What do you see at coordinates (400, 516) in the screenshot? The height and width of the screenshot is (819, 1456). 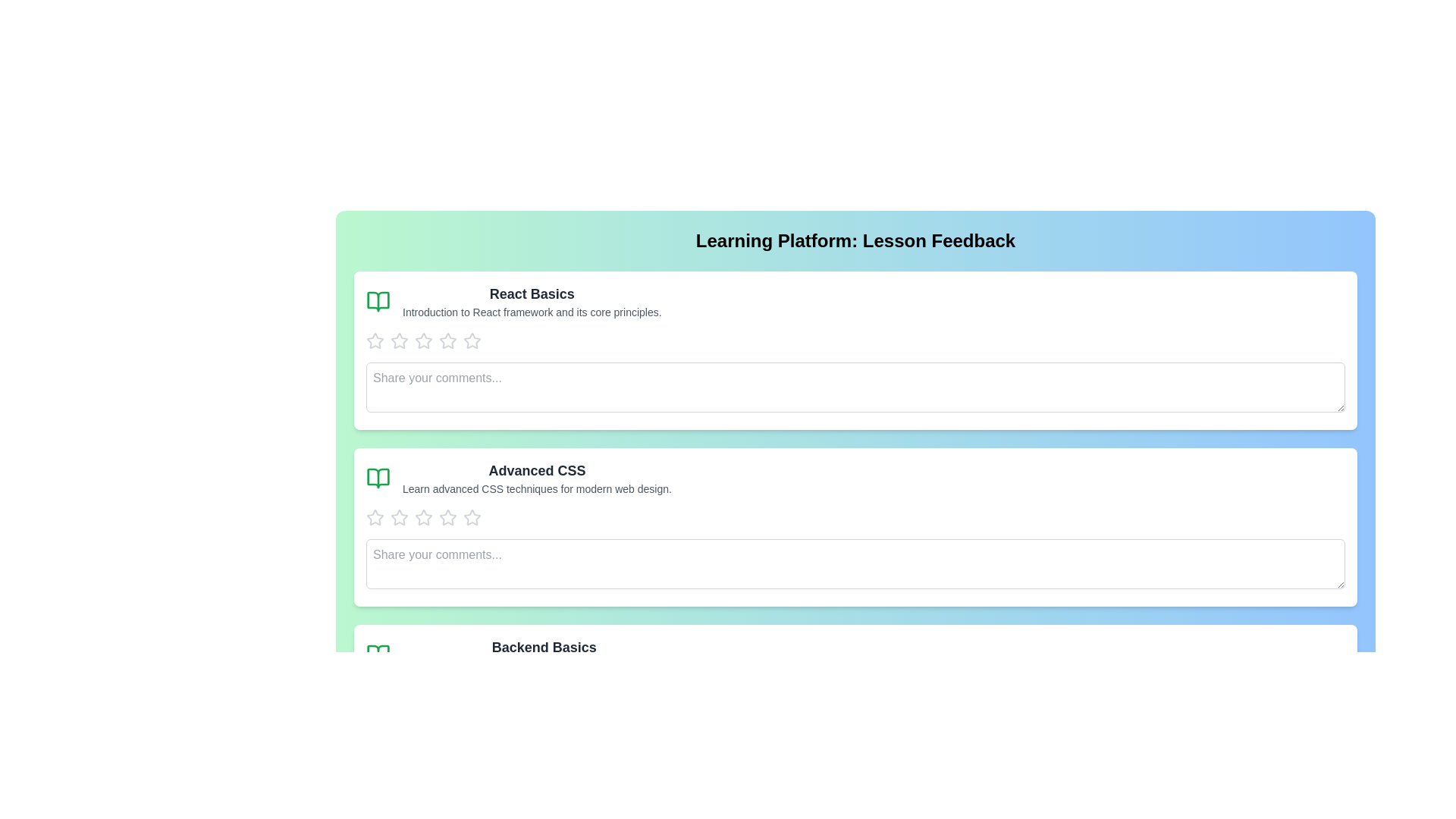 I see `the first star-shaped rating icon under the 'Advanced CSS' section to rate it` at bounding box center [400, 516].